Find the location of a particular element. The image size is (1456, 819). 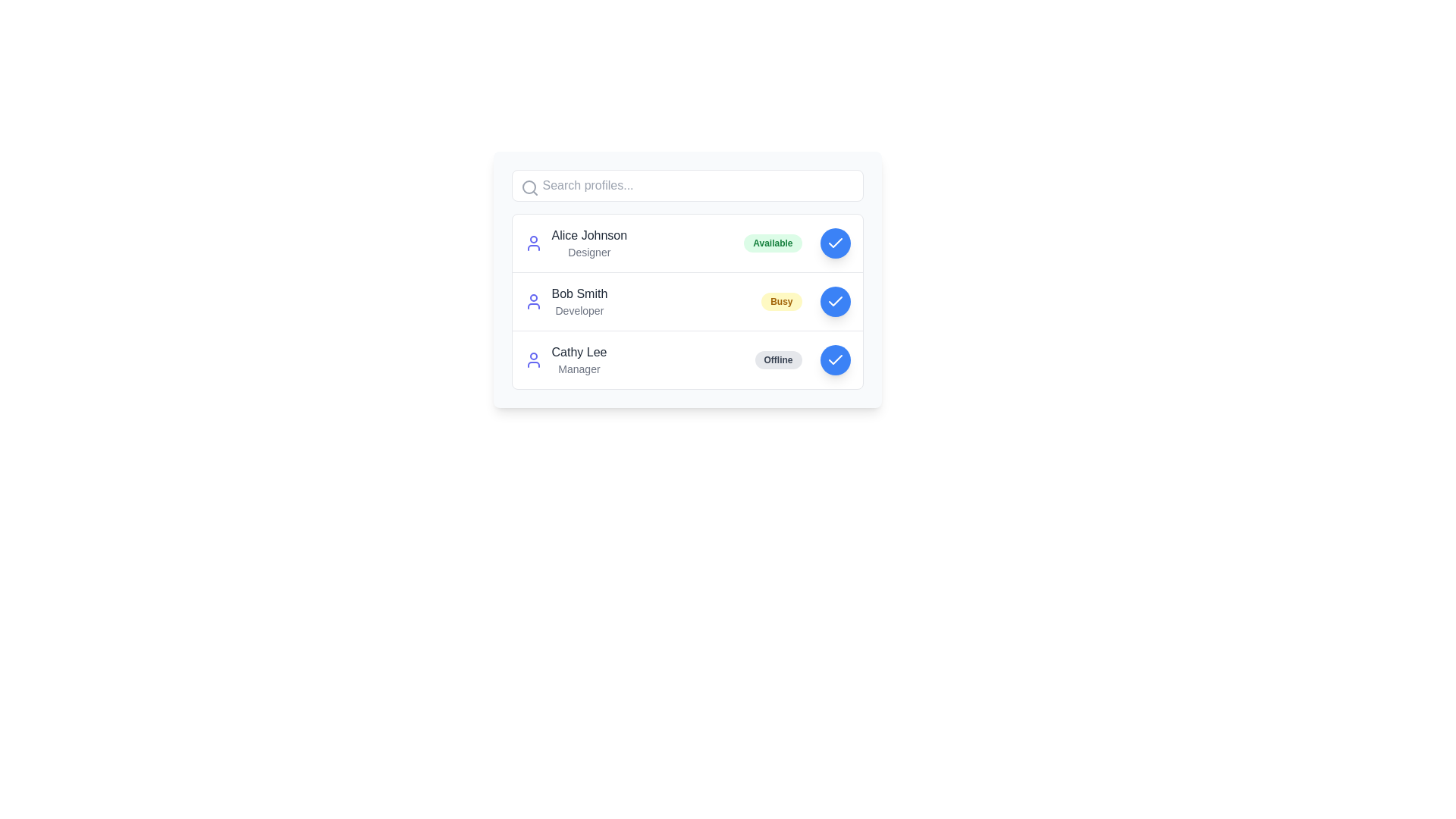

the first card entry in the list is located at coordinates (686, 242).